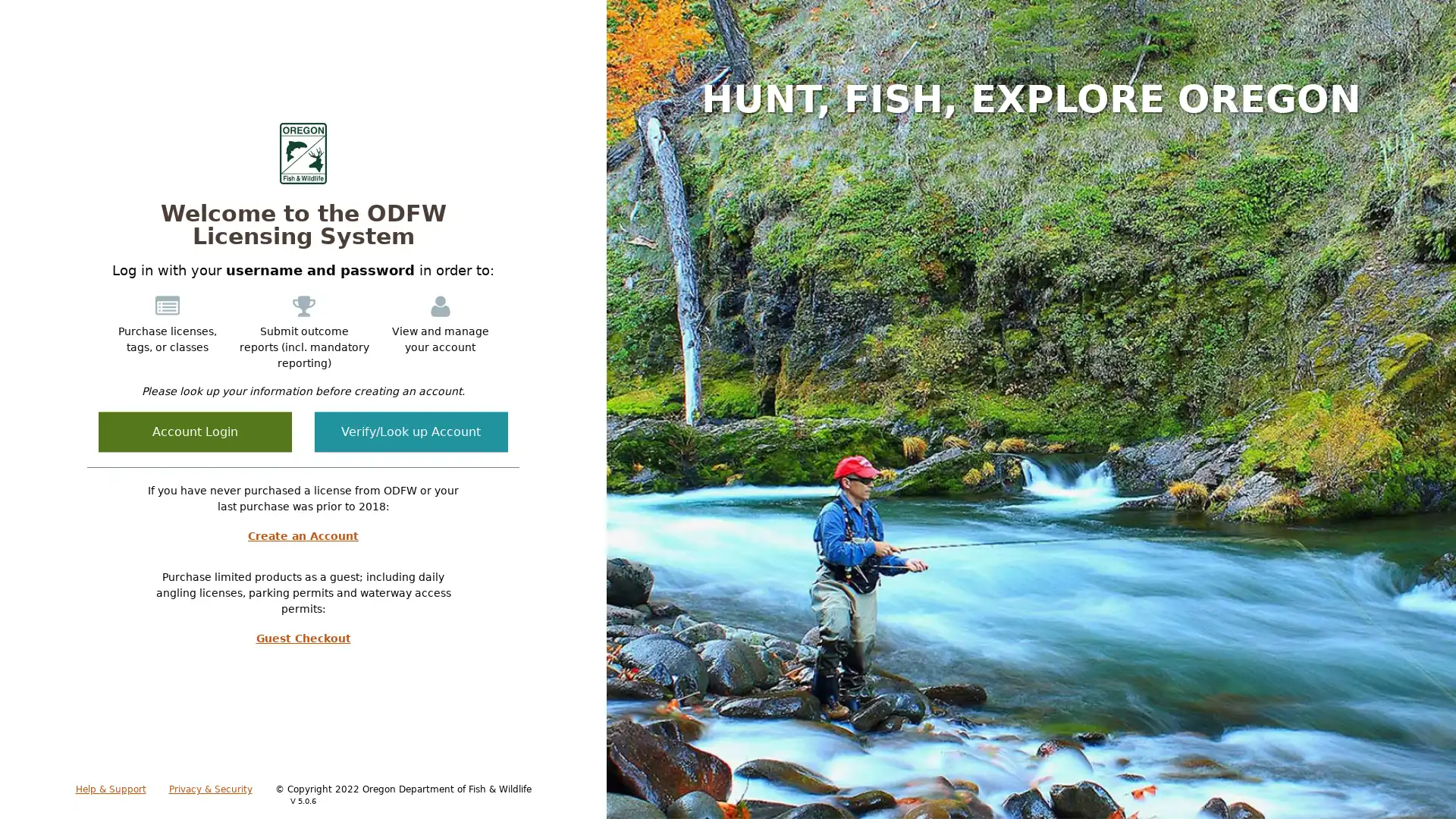 The width and height of the screenshot is (1456, 819). What do you see at coordinates (303, 535) in the screenshot?
I see `Create an Account` at bounding box center [303, 535].